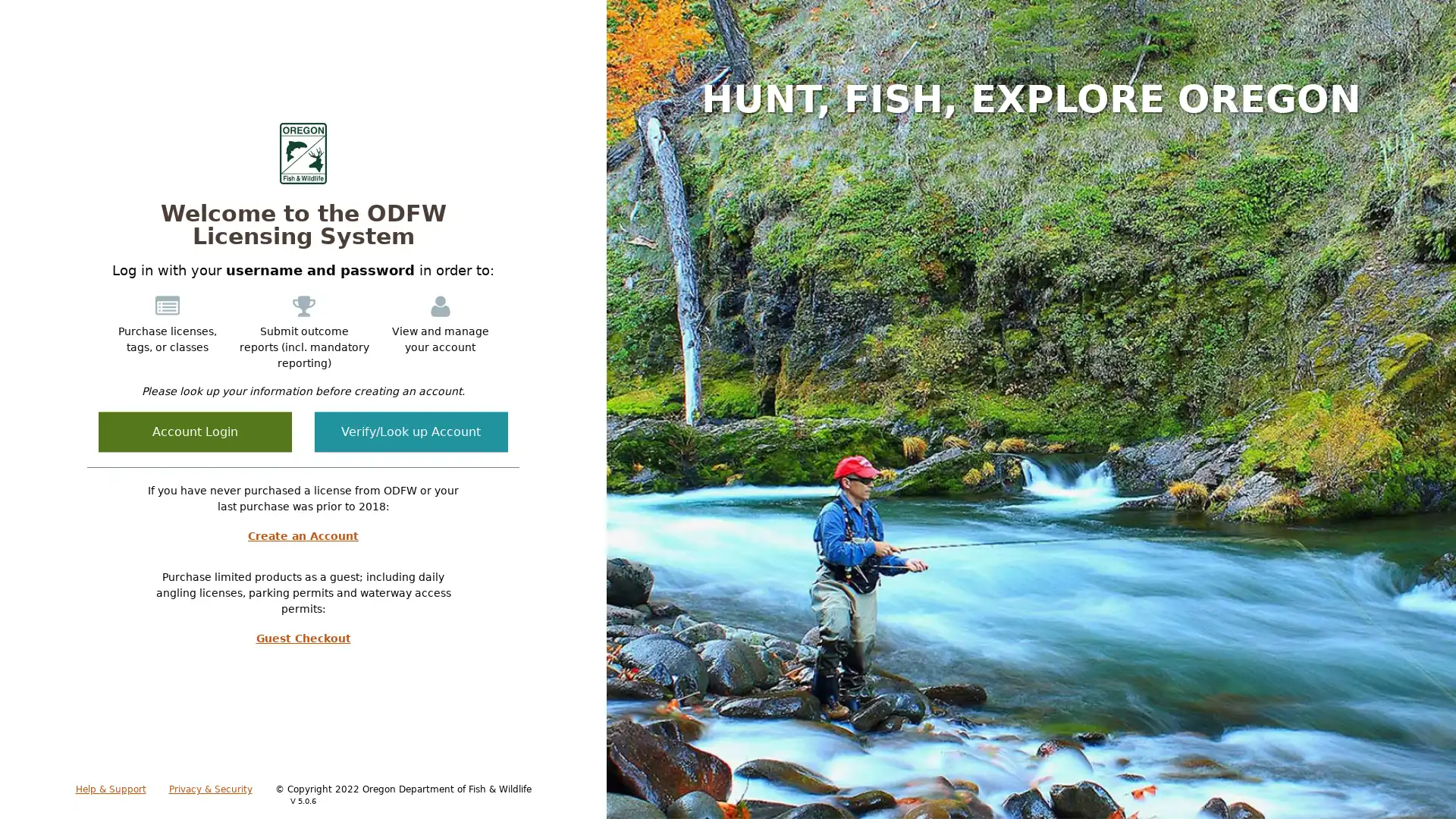 The width and height of the screenshot is (1456, 819). What do you see at coordinates (303, 535) in the screenshot?
I see `Create an Account` at bounding box center [303, 535].